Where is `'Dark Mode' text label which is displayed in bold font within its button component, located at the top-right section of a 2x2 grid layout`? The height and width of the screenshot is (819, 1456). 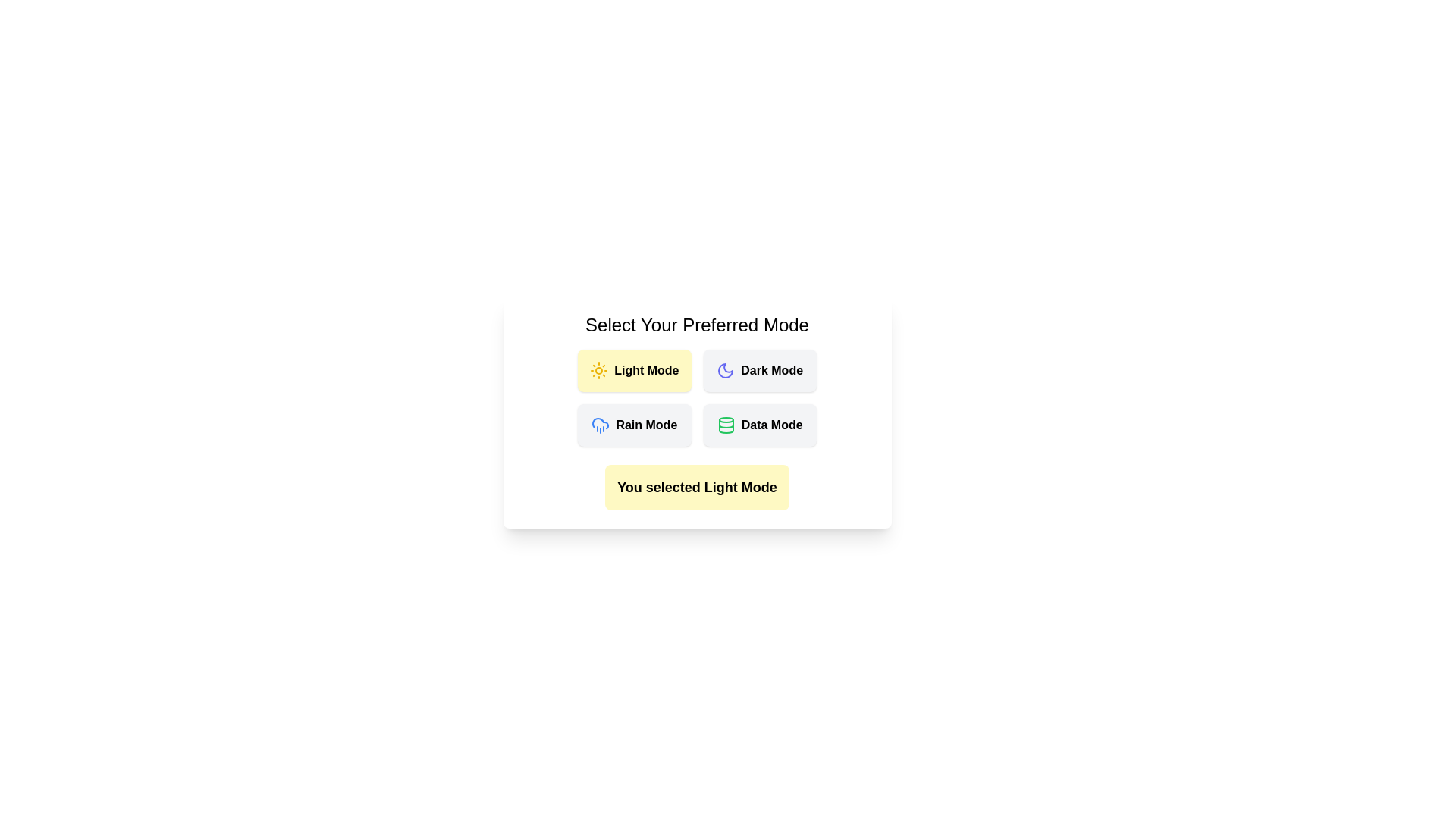 'Dark Mode' text label which is displayed in bold font within its button component, located at the top-right section of a 2x2 grid layout is located at coordinates (772, 371).